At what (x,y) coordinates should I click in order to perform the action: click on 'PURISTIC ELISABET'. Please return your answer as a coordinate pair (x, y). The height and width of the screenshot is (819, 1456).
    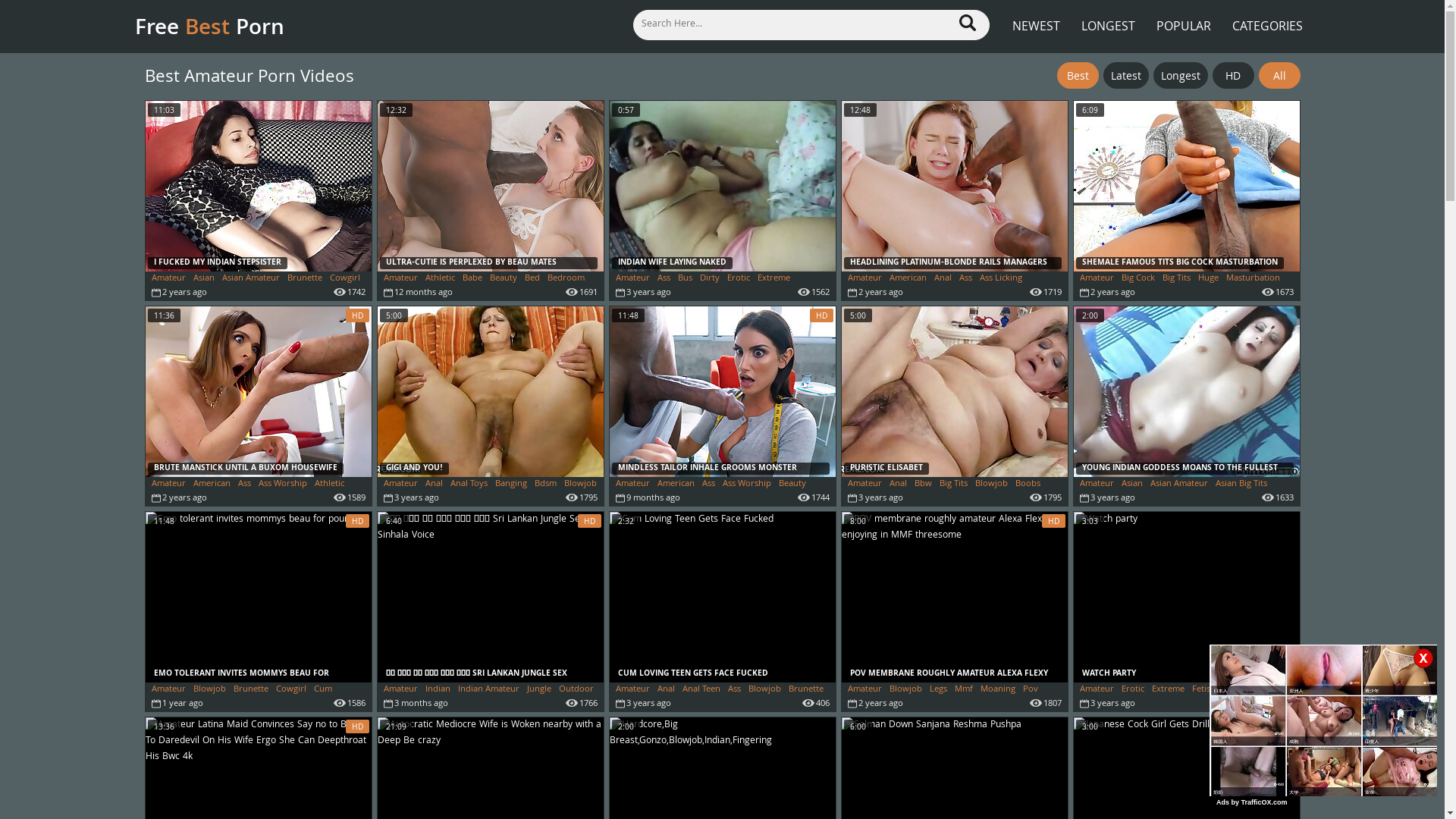
    Looking at the image, I should click on (840, 391).